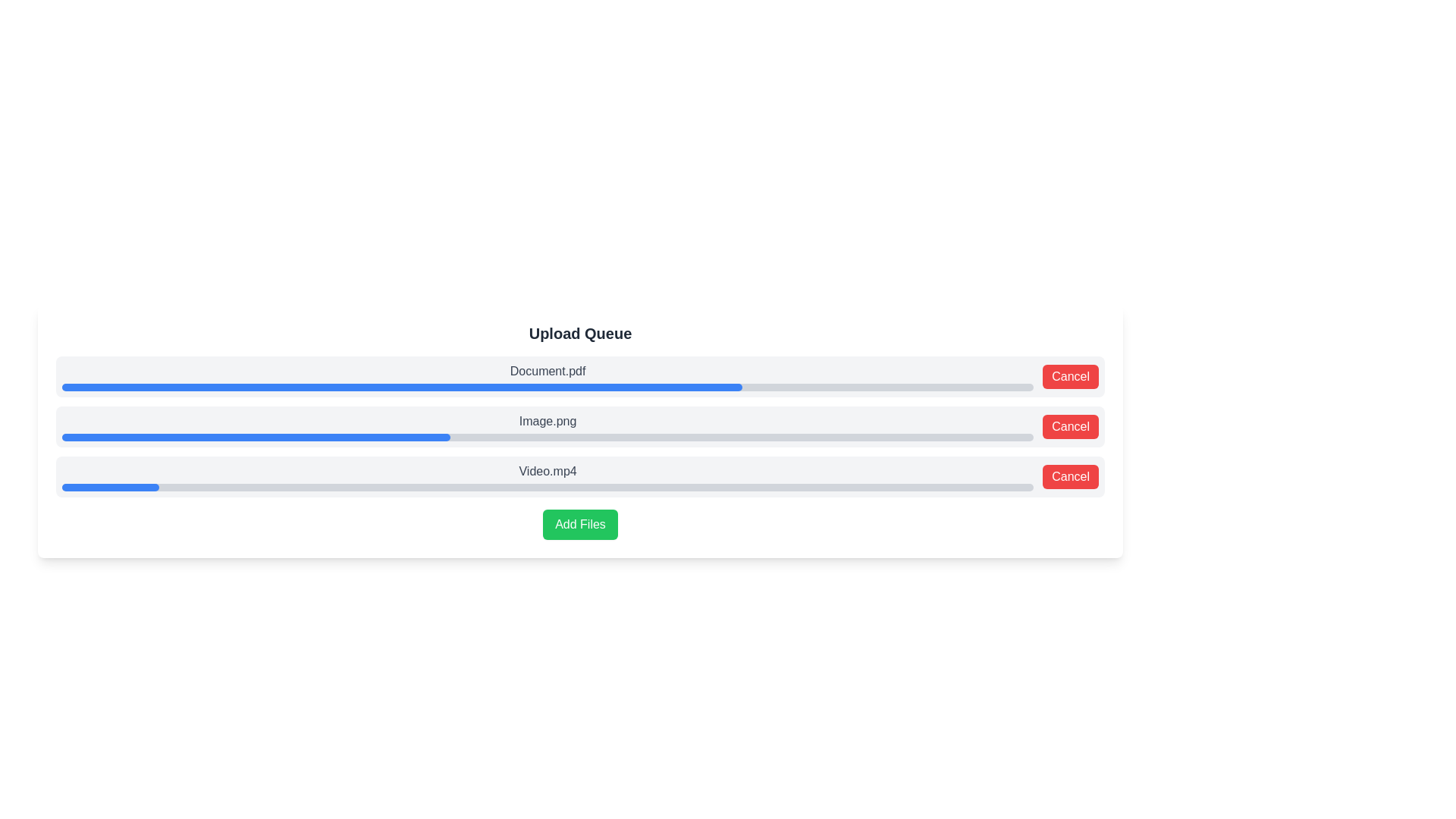  Describe the element at coordinates (547, 475) in the screenshot. I see `the text label displaying the filename 'Video.mp4', which is styled with a gray font and located above the progress bar` at that location.